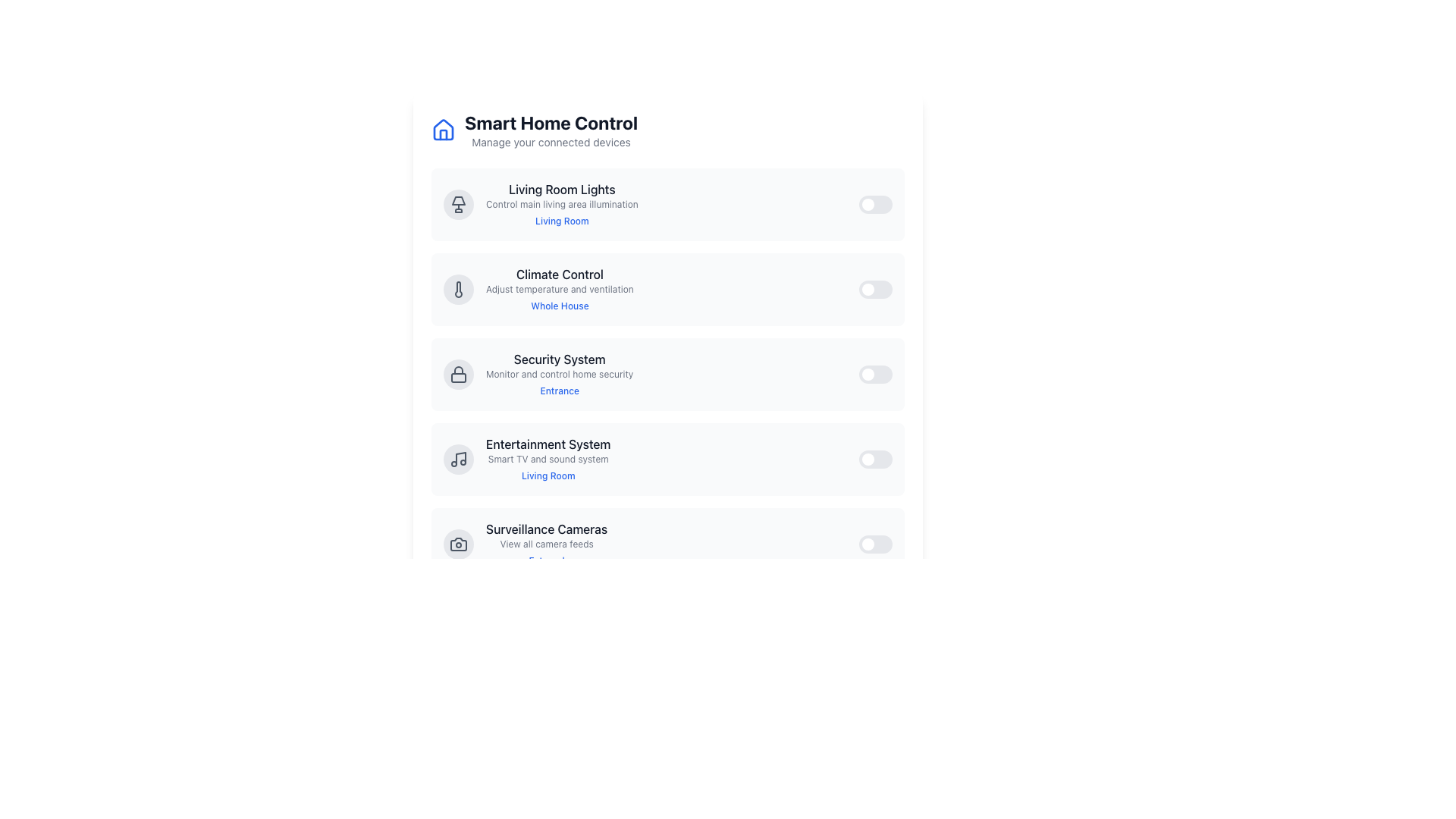 The image size is (1456, 819). I want to click on text of the static label that serves as a section heading for the surveillance camera controls, positioned above the 'View all camera feeds' label, so click(546, 529).